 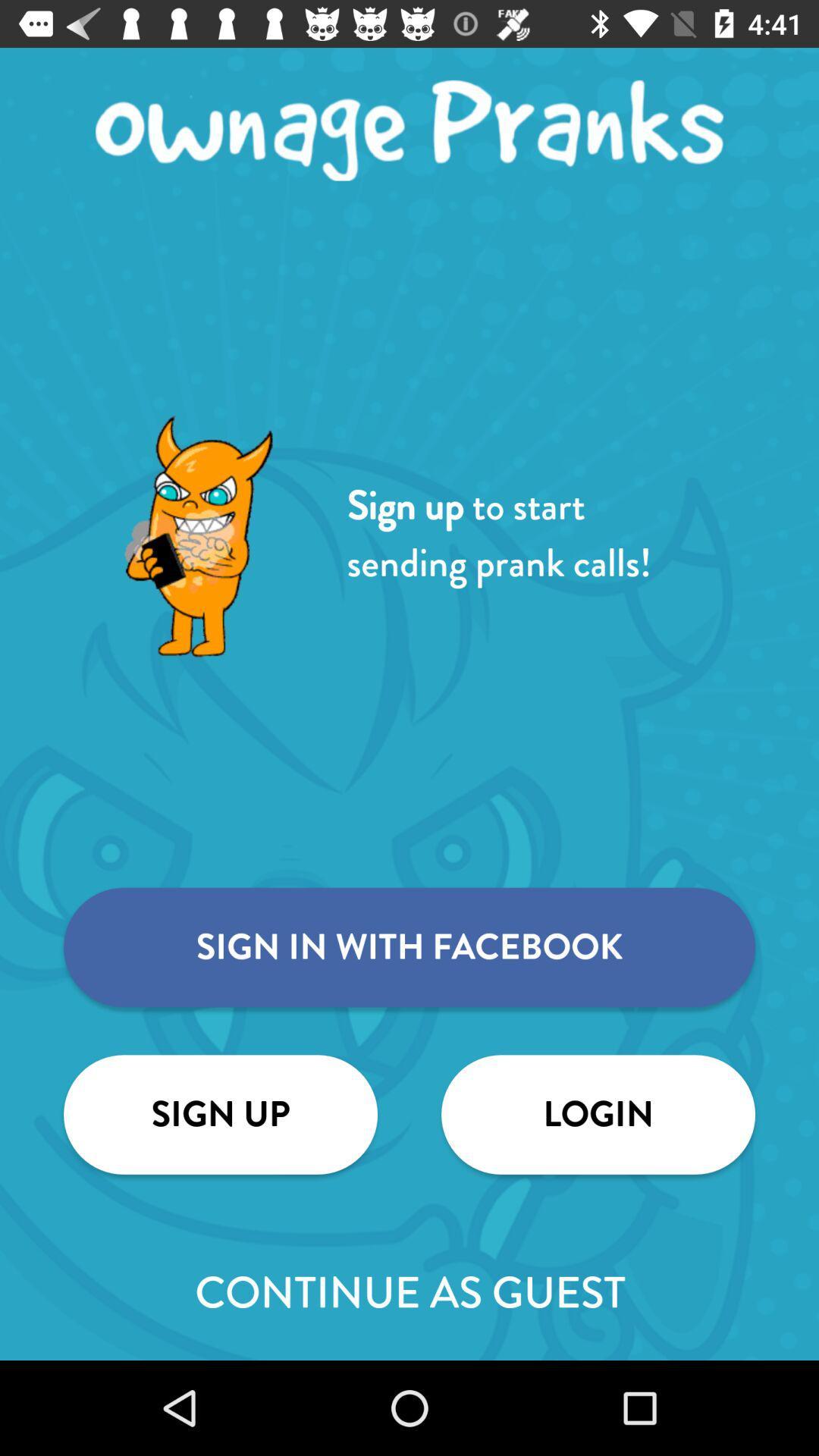 What do you see at coordinates (598, 1114) in the screenshot?
I see `the icon below the sign in with icon` at bounding box center [598, 1114].